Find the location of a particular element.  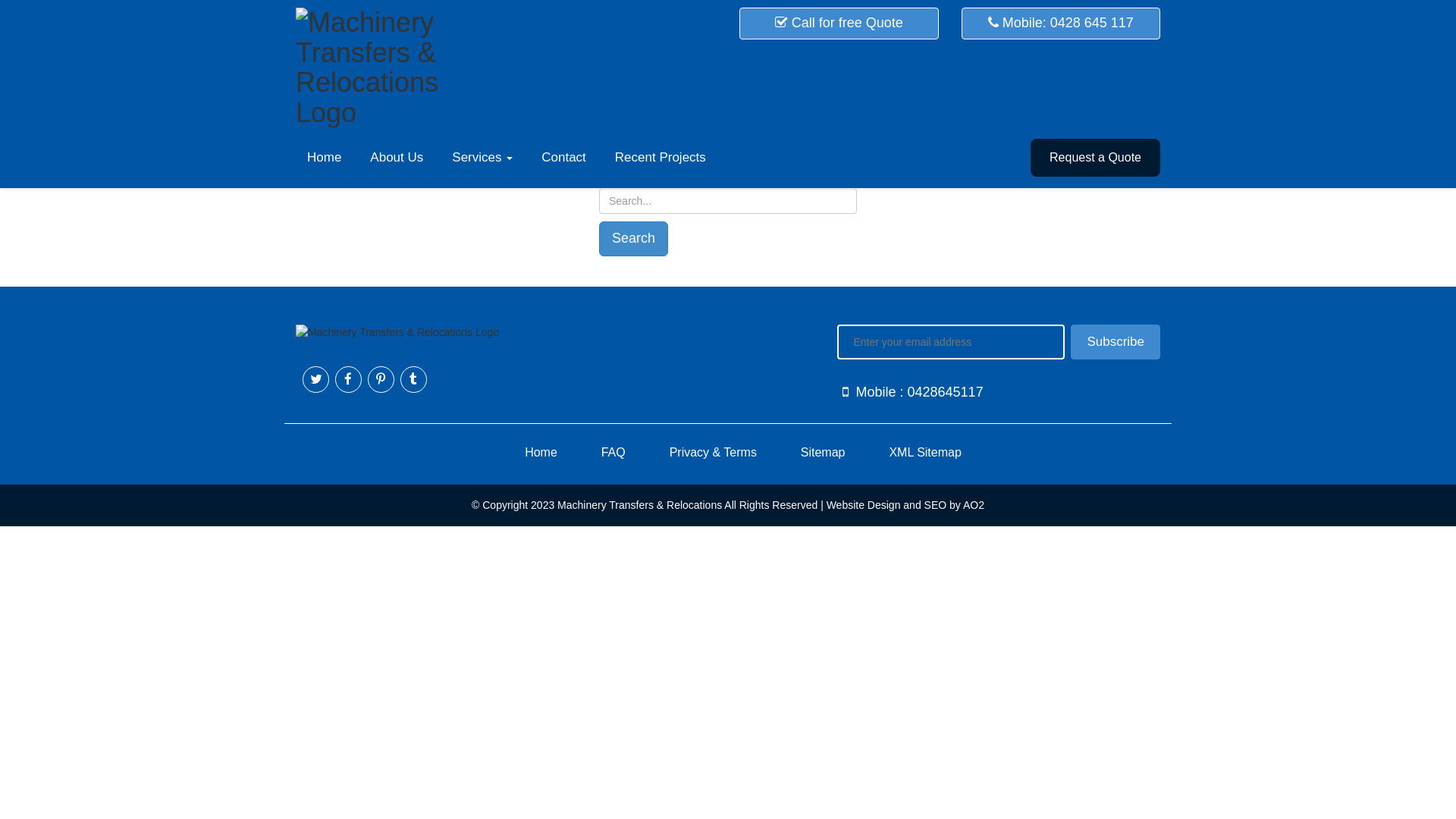

'Sitemap' is located at coordinates (822, 451).